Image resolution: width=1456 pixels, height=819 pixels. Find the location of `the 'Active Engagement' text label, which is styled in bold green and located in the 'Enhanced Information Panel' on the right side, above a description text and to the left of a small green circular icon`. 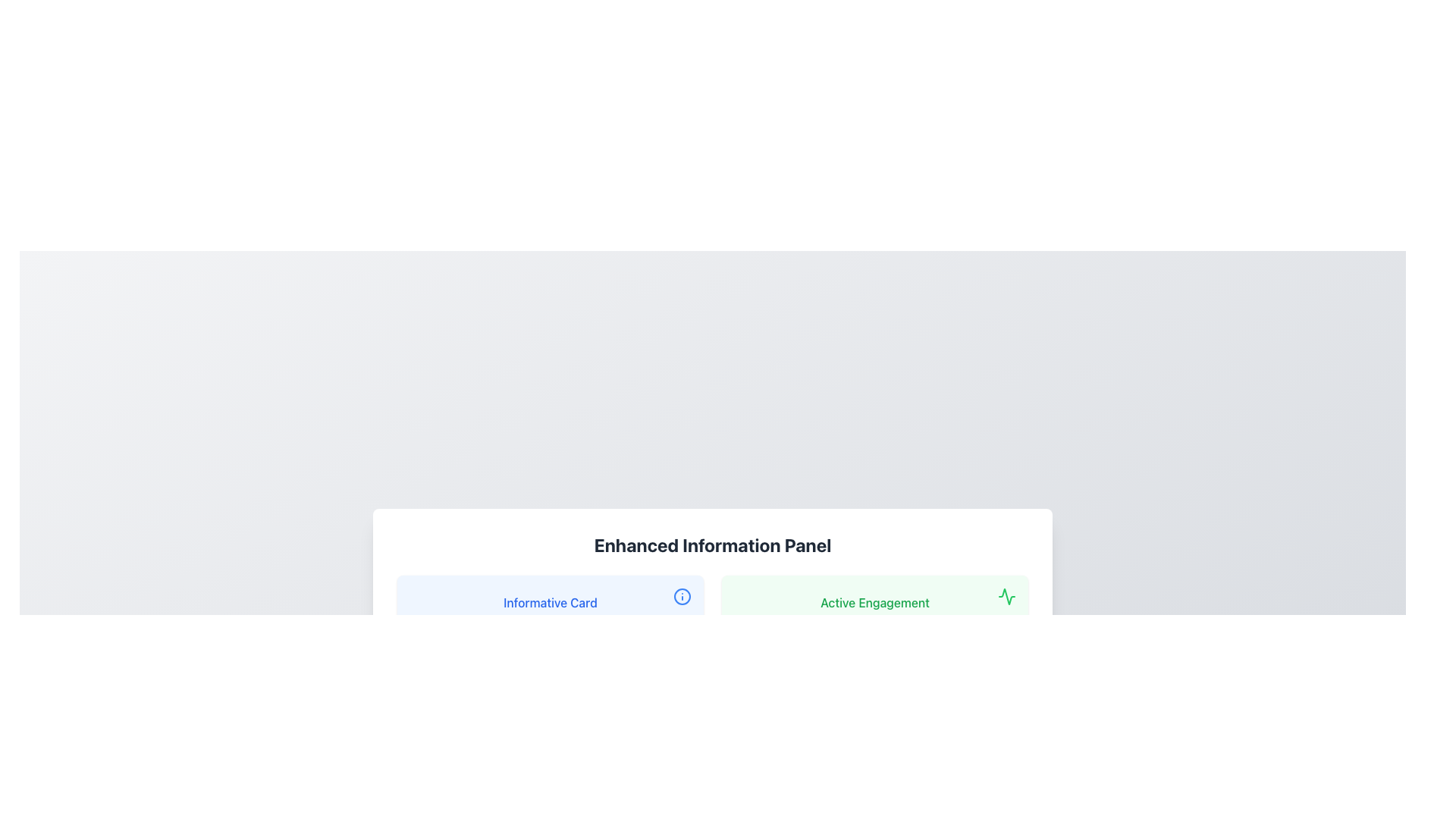

the 'Active Engagement' text label, which is styled in bold green and located in the 'Enhanced Information Panel' on the right side, above a description text and to the left of a small green circular icon is located at coordinates (874, 601).